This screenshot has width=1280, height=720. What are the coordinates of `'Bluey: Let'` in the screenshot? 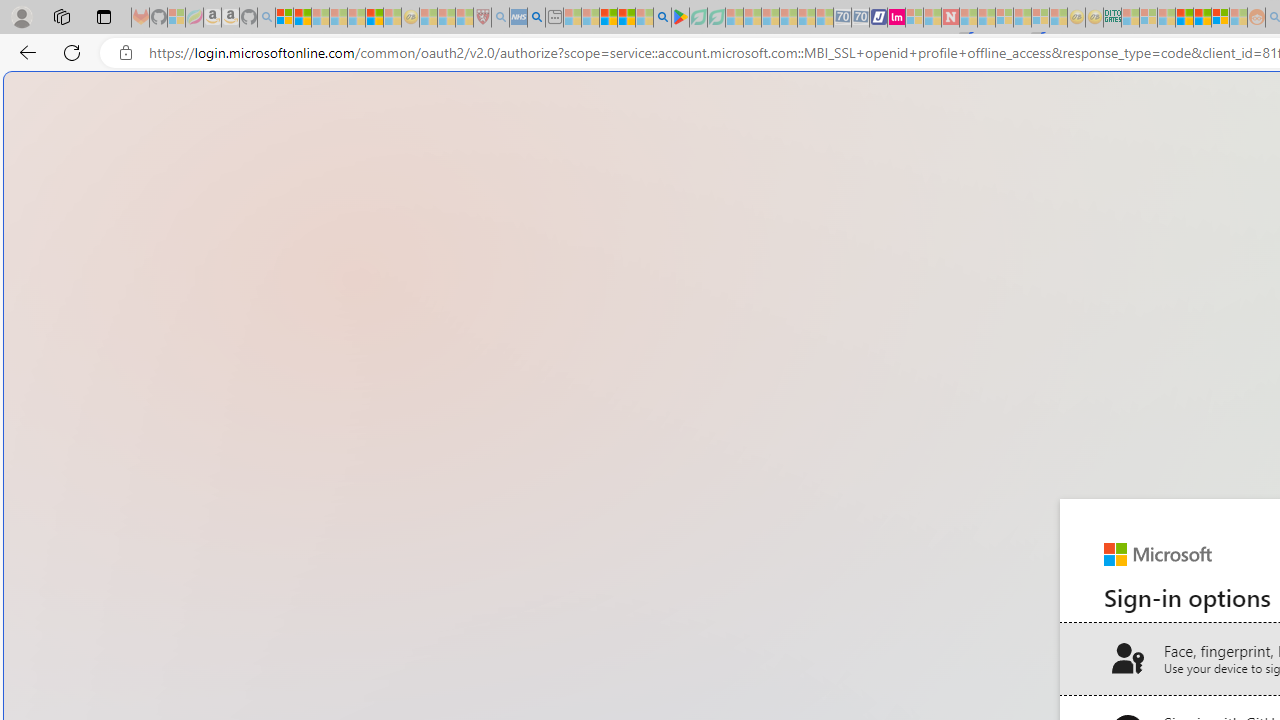 It's located at (680, 17).